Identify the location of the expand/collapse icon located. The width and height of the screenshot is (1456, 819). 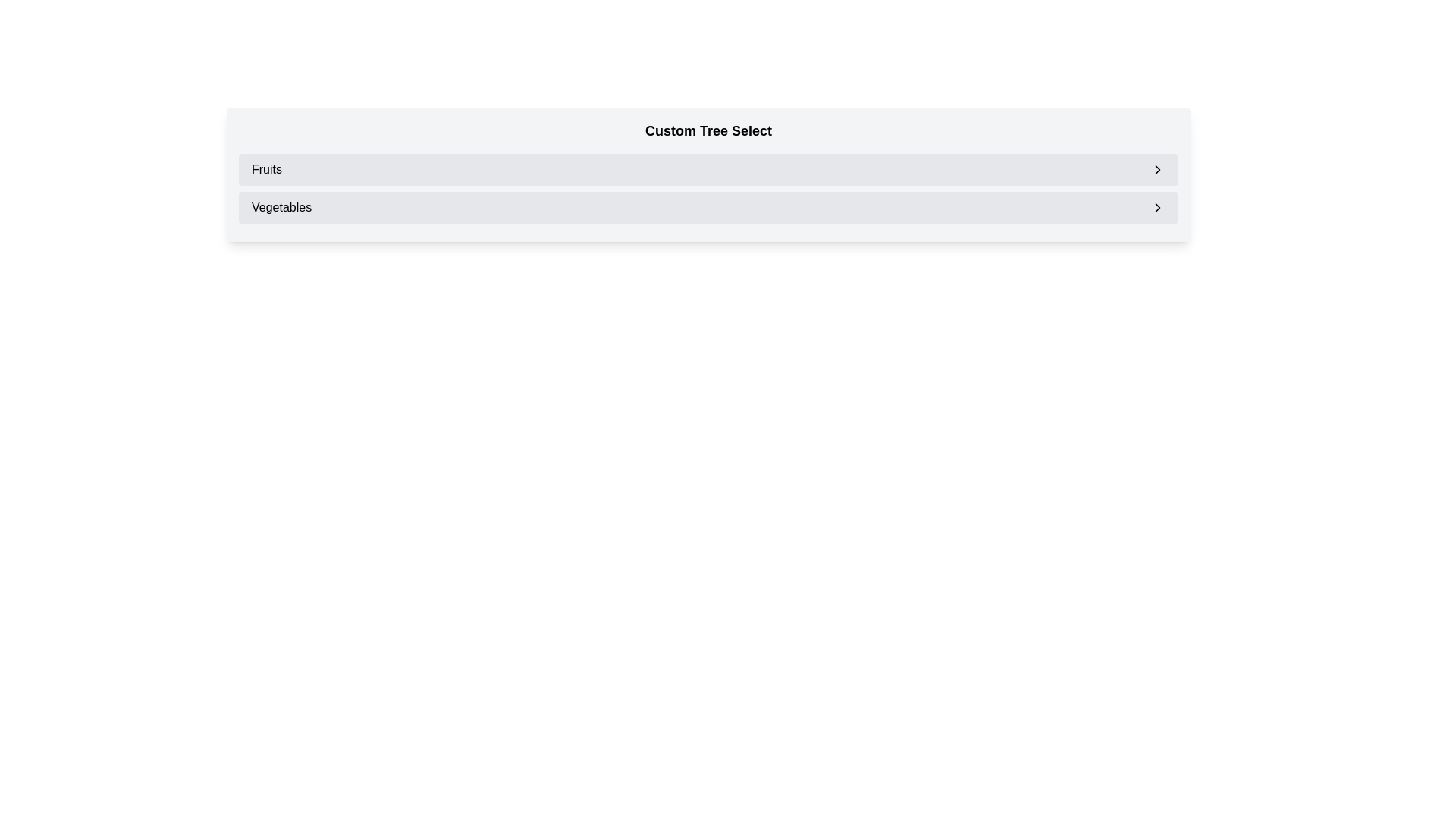
(1156, 169).